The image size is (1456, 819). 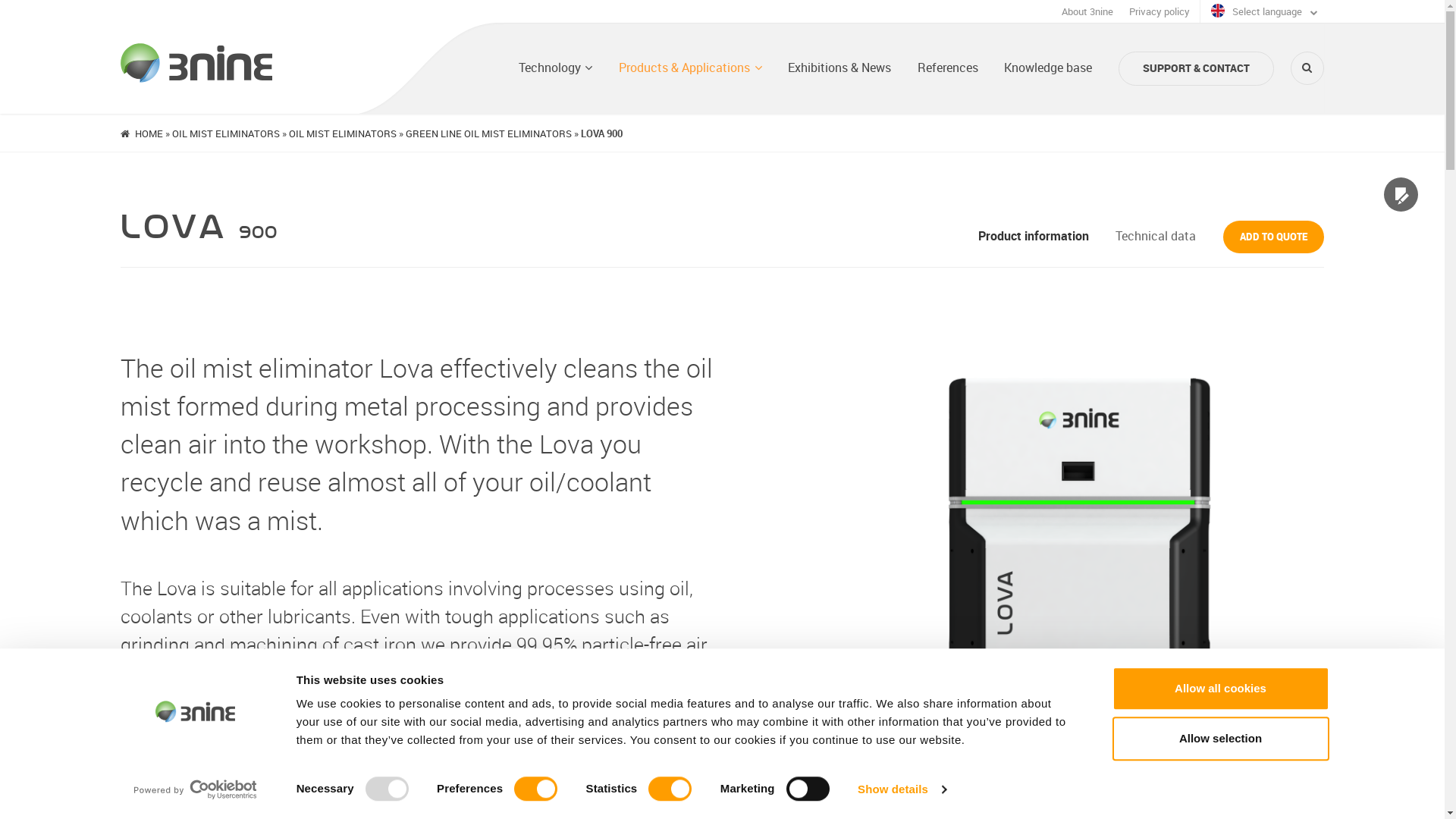 What do you see at coordinates (1219, 738) in the screenshot?
I see `'Allow selection'` at bounding box center [1219, 738].